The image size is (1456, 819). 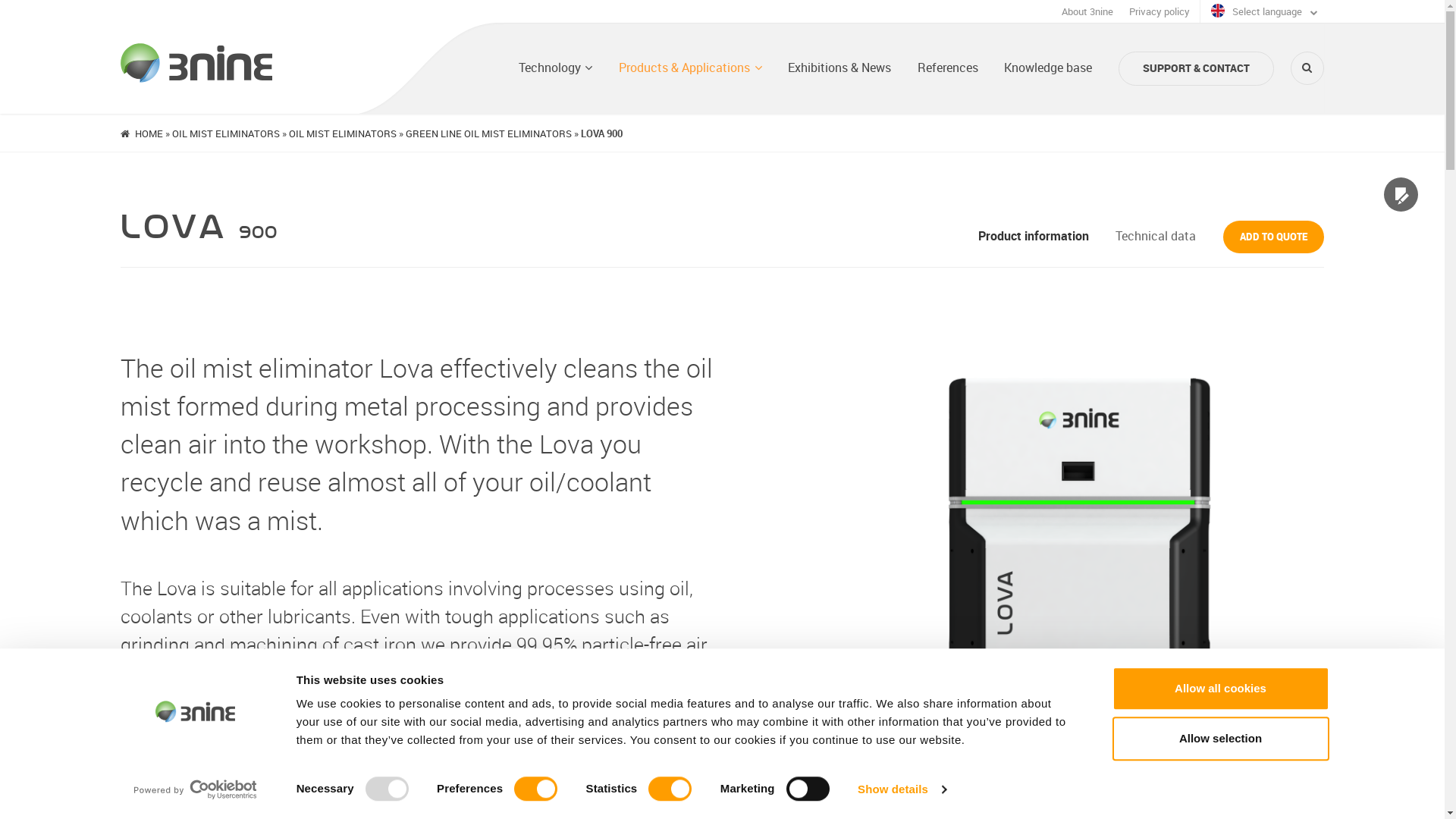 What do you see at coordinates (1219, 738) in the screenshot?
I see `'Allow selection'` at bounding box center [1219, 738].